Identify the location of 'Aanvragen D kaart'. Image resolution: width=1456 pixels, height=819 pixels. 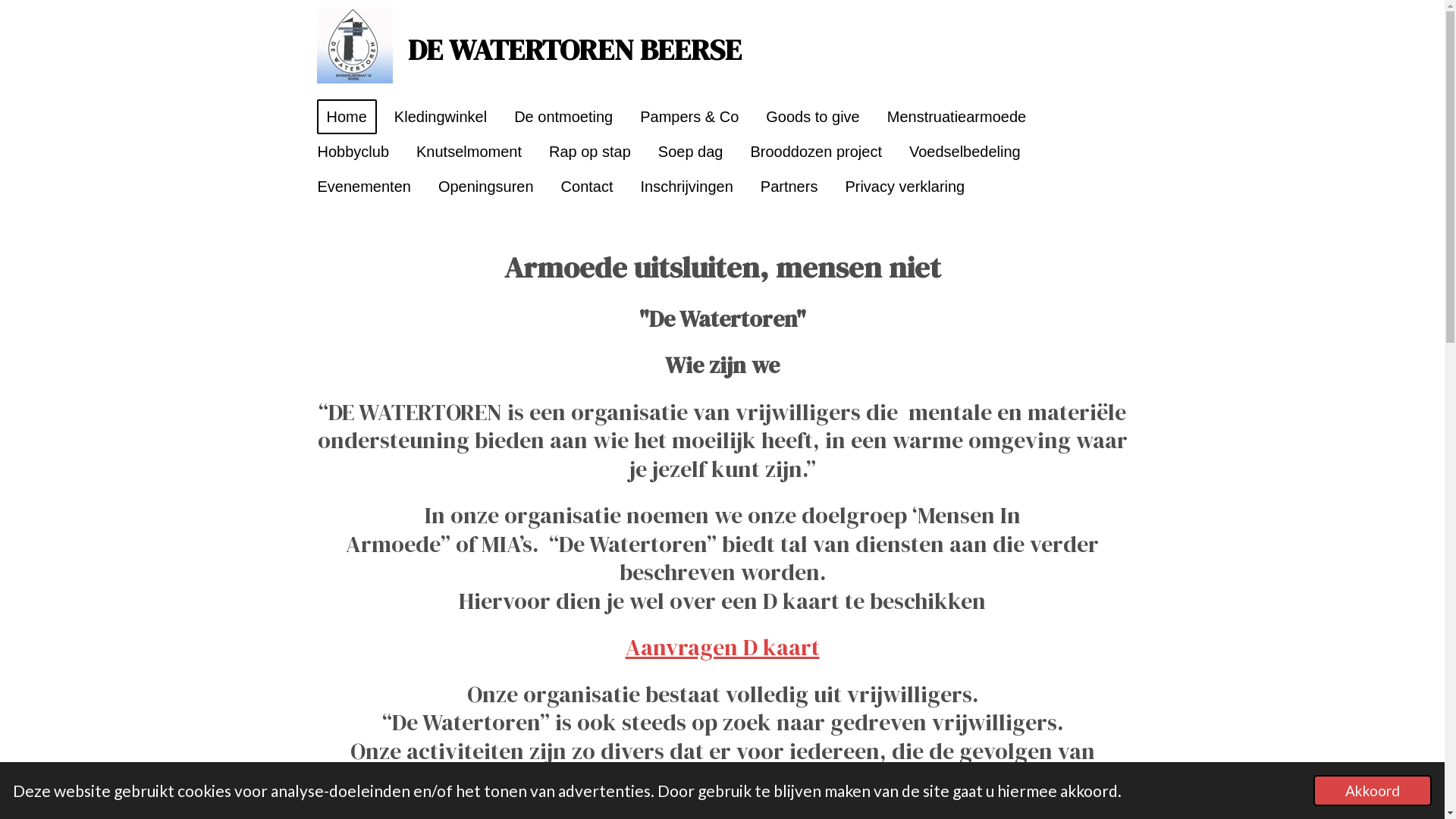
(720, 647).